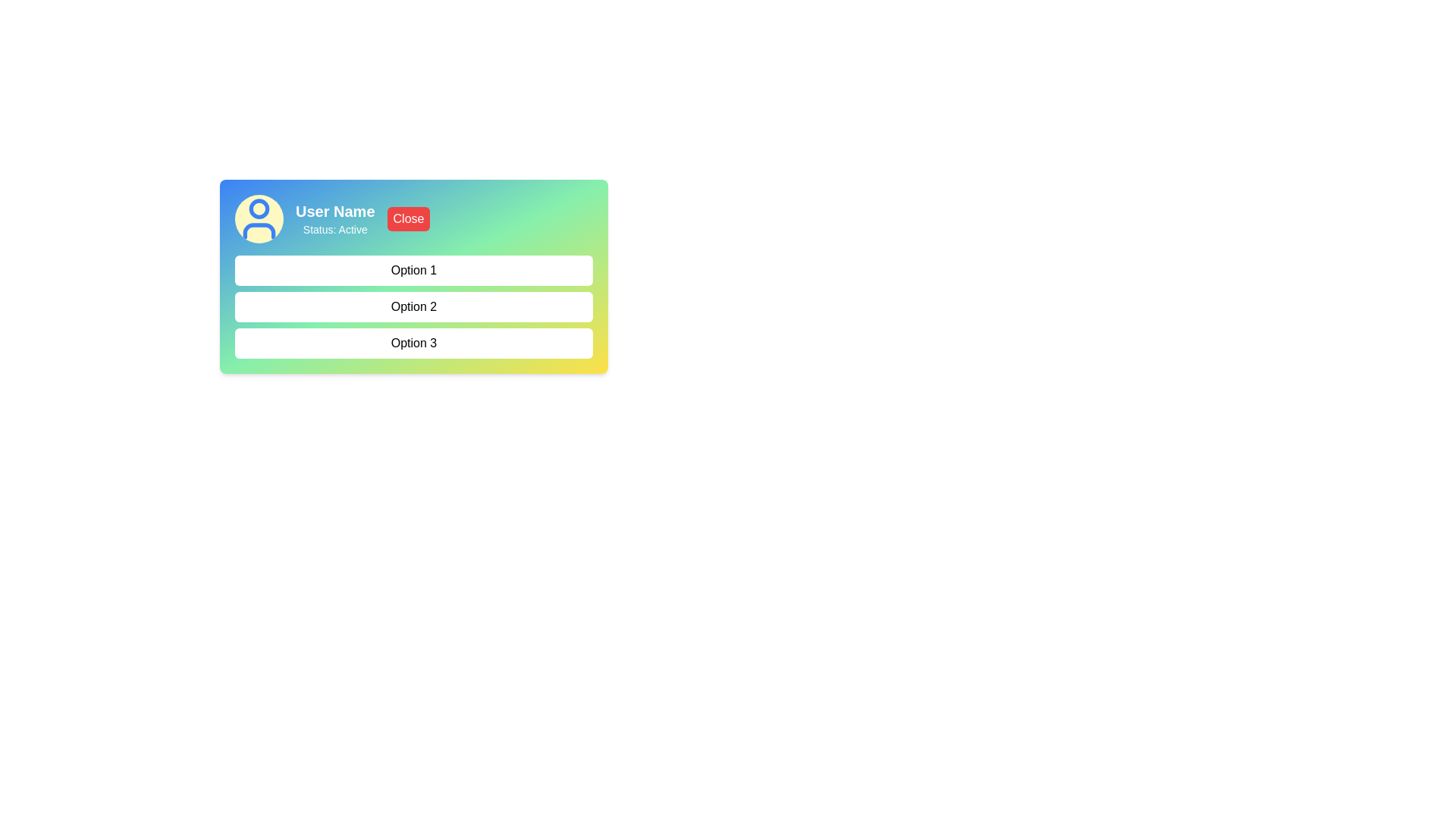 Image resolution: width=1456 pixels, height=819 pixels. Describe the element at coordinates (259, 219) in the screenshot. I see `the circular user icon featuring a blue silhouette on a yellow background, positioned to the left of the 'User Name' text` at that location.